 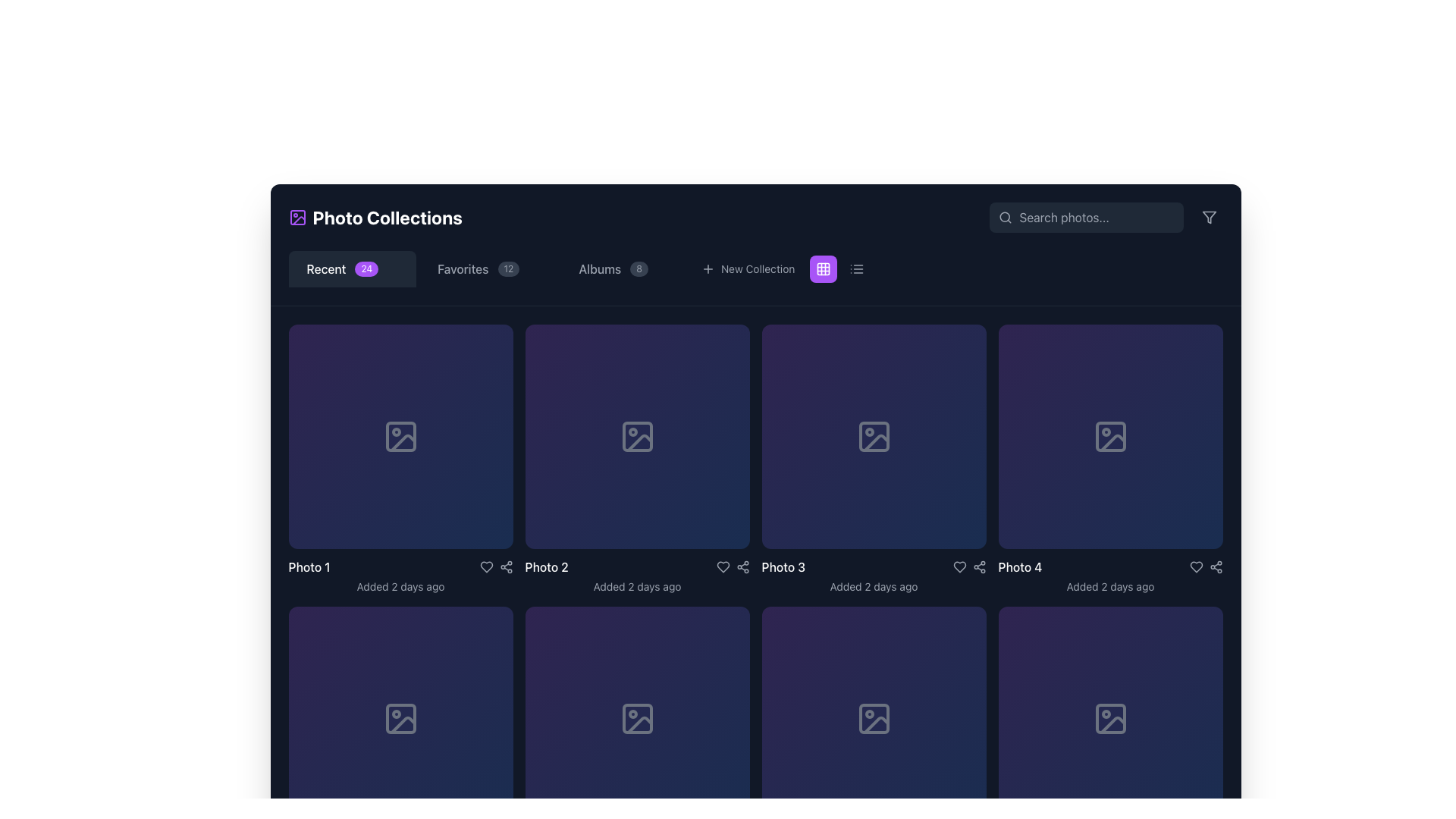 I want to click on the SVG rectangle with rounded corners inside the photo placeholder icon located in the fourth row and fourth column of the grid layout, so click(x=874, y=718).